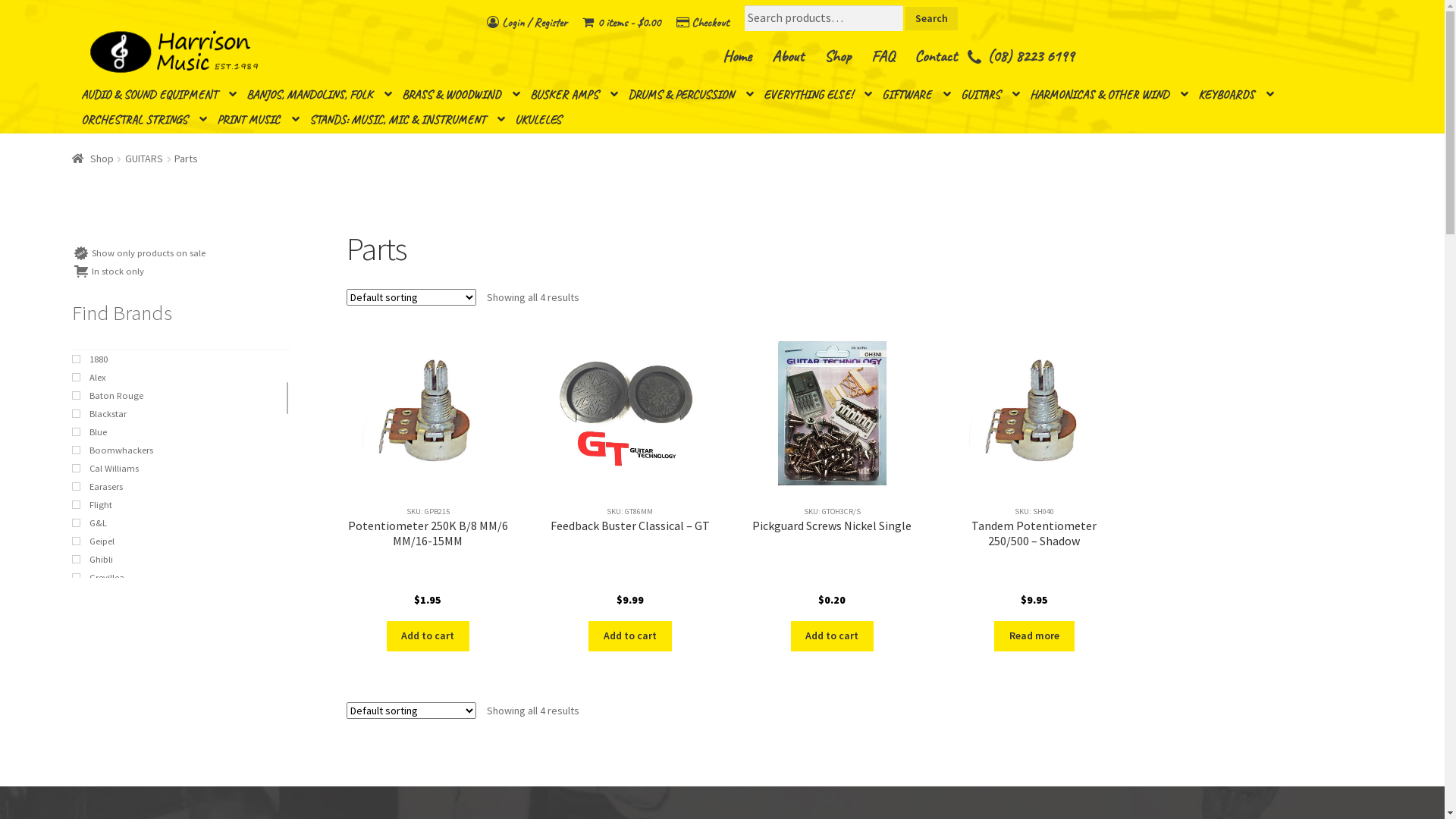  I want to click on 'UKULELES', so click(544, 119).